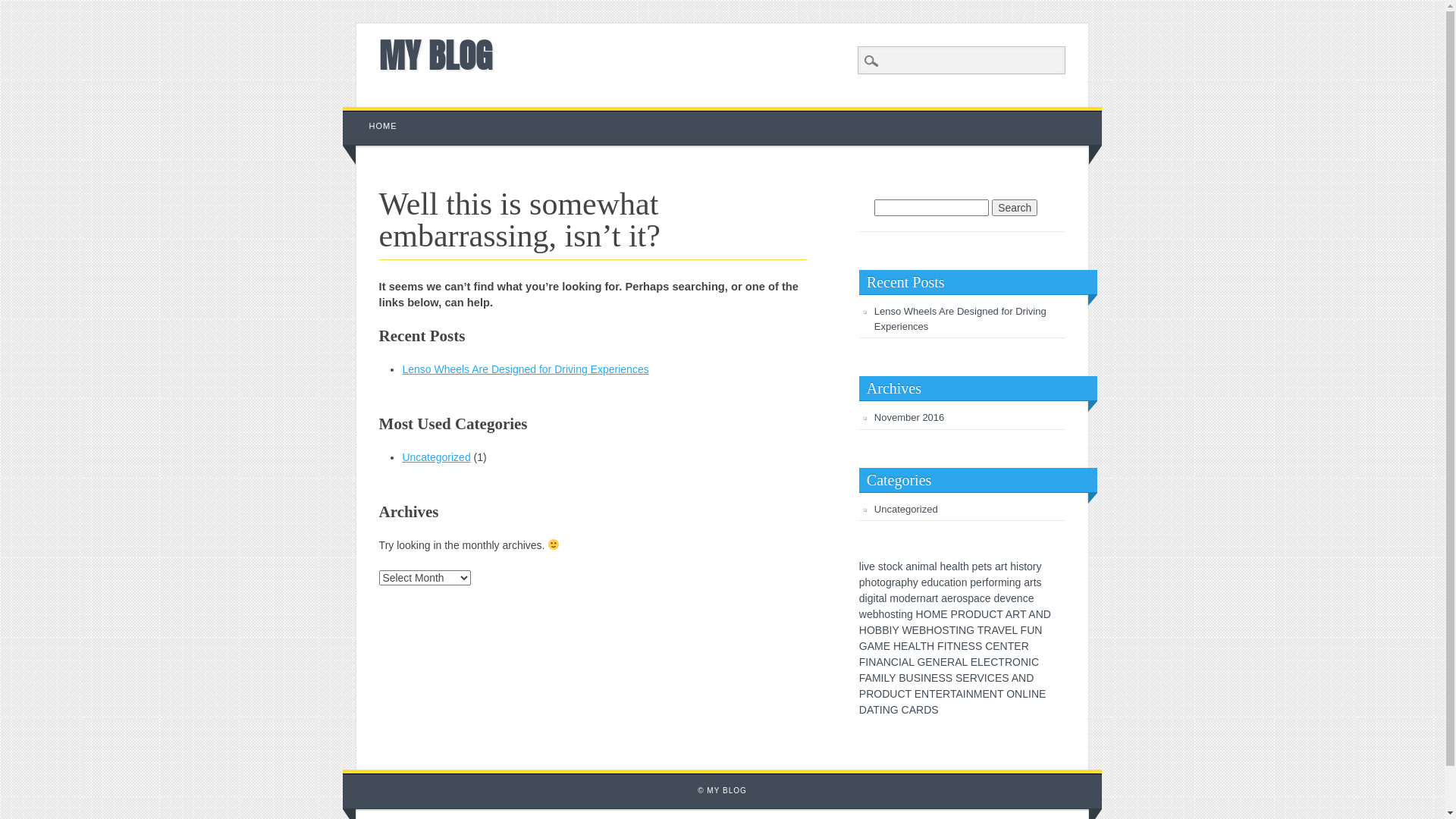 This screenshot has height=819, width=1456. I want to click on 'o', so click(886, 566).